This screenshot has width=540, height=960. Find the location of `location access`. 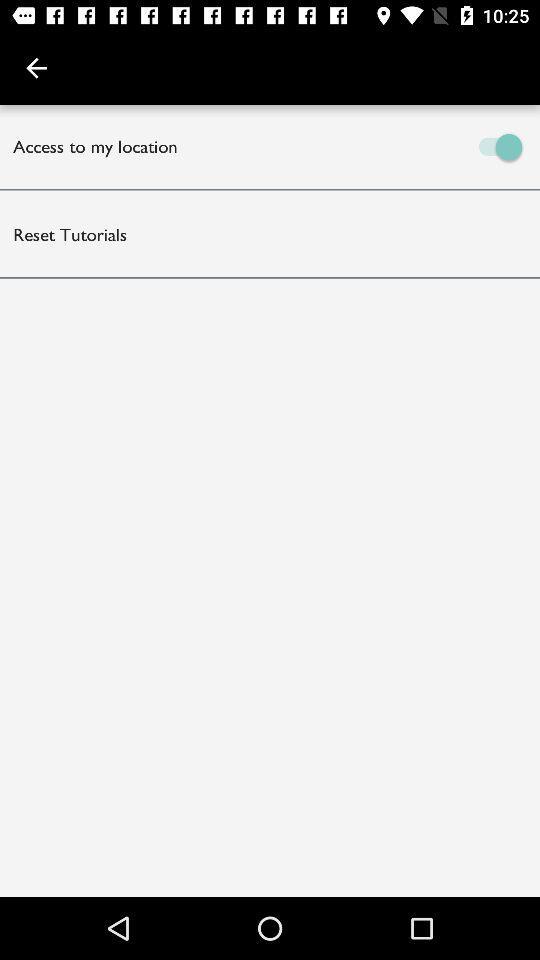

location access is located at coordinates (405, 145).